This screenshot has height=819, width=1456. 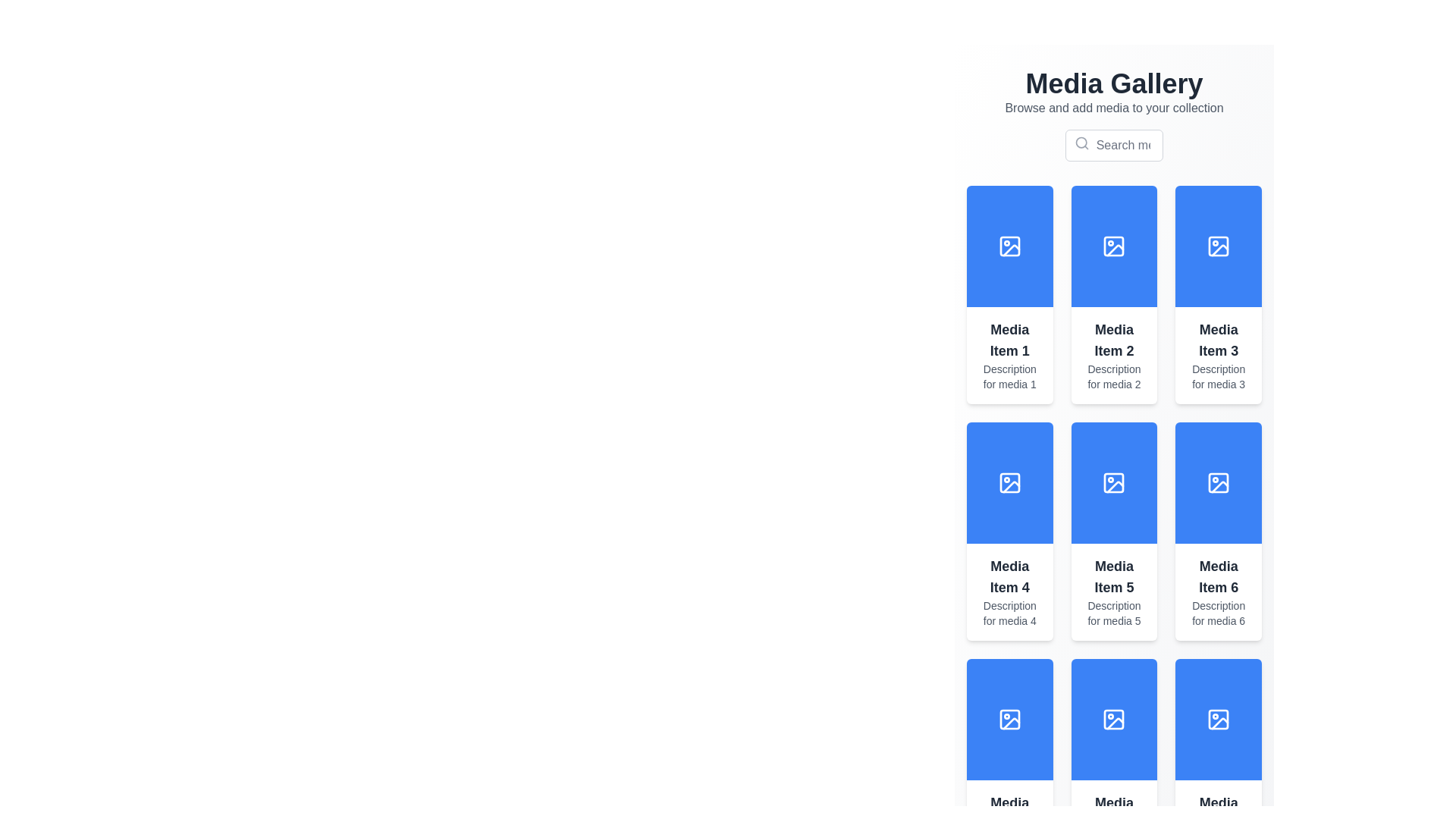 I want to click on the text label displaying 'Media Item 4', which is, so click(x=1009, y=576).